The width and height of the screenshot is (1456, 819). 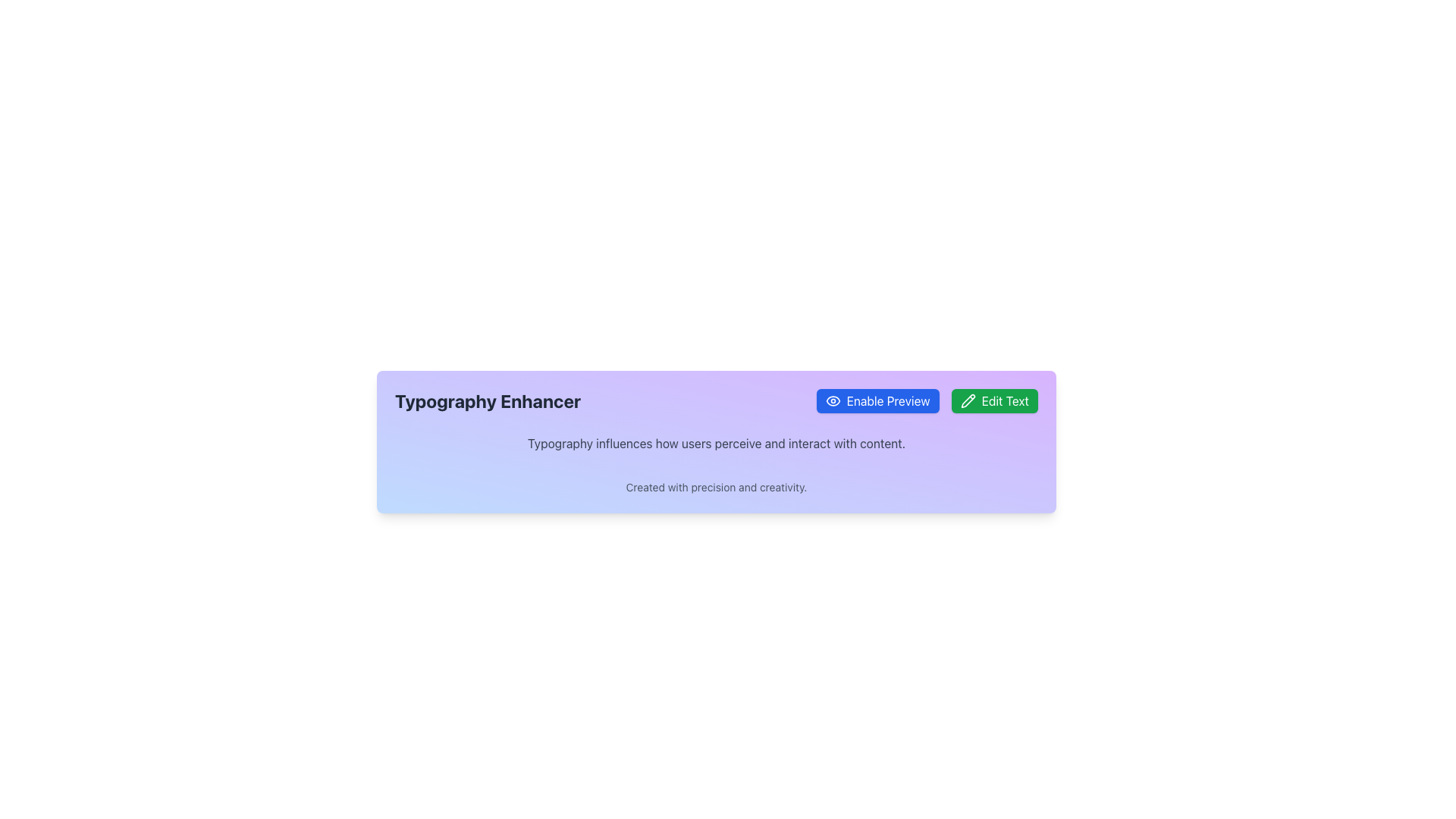 I want to click on the Static Text element that displays descriptive information about typography's significance, located below the 'Typography Enhancer' title and the 'Enable Preview' and 'Edit Text' buttons, so click(x=716, y=444).